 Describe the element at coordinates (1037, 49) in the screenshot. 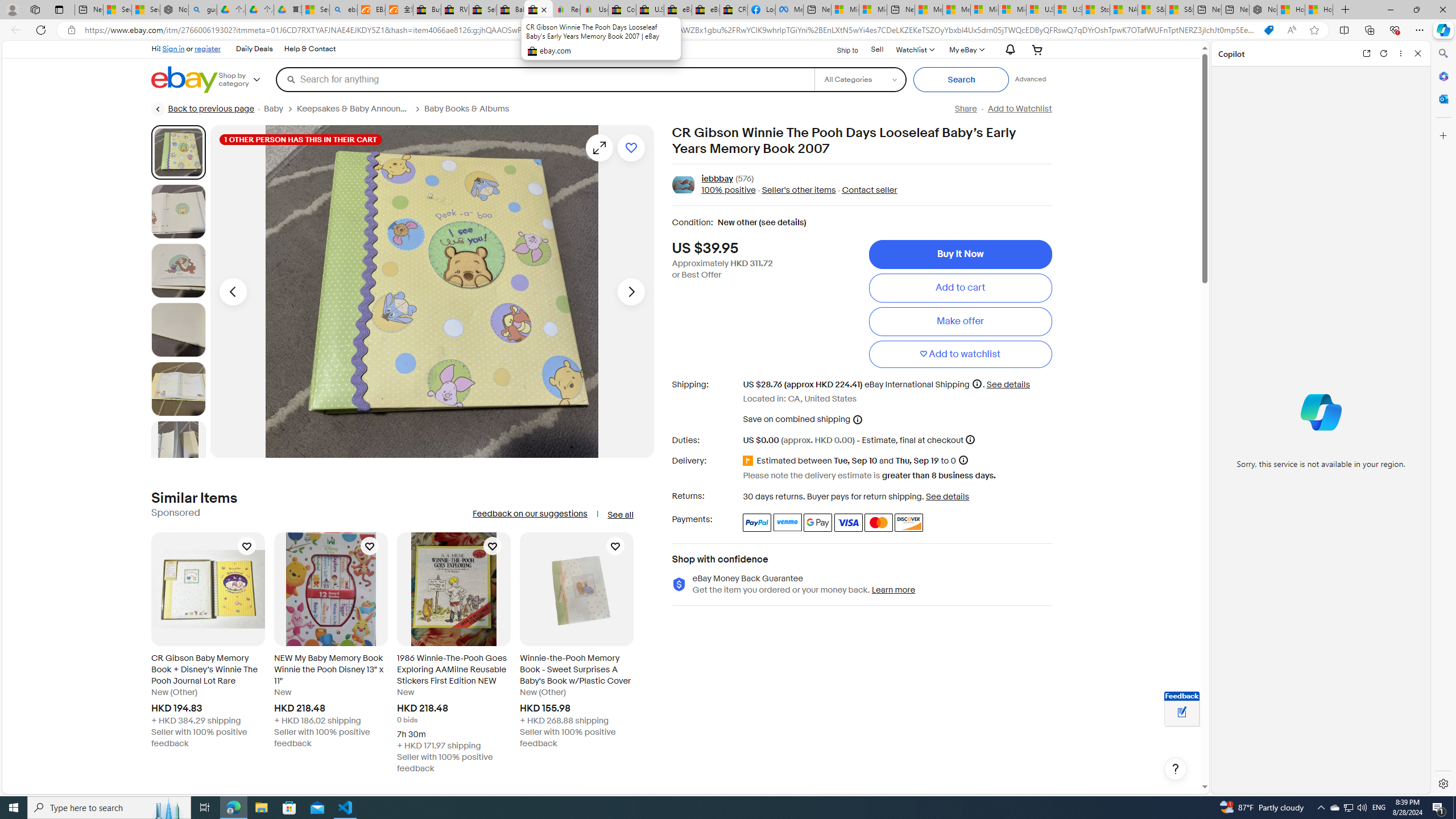

I see `'Your shopping cart'` at that location.